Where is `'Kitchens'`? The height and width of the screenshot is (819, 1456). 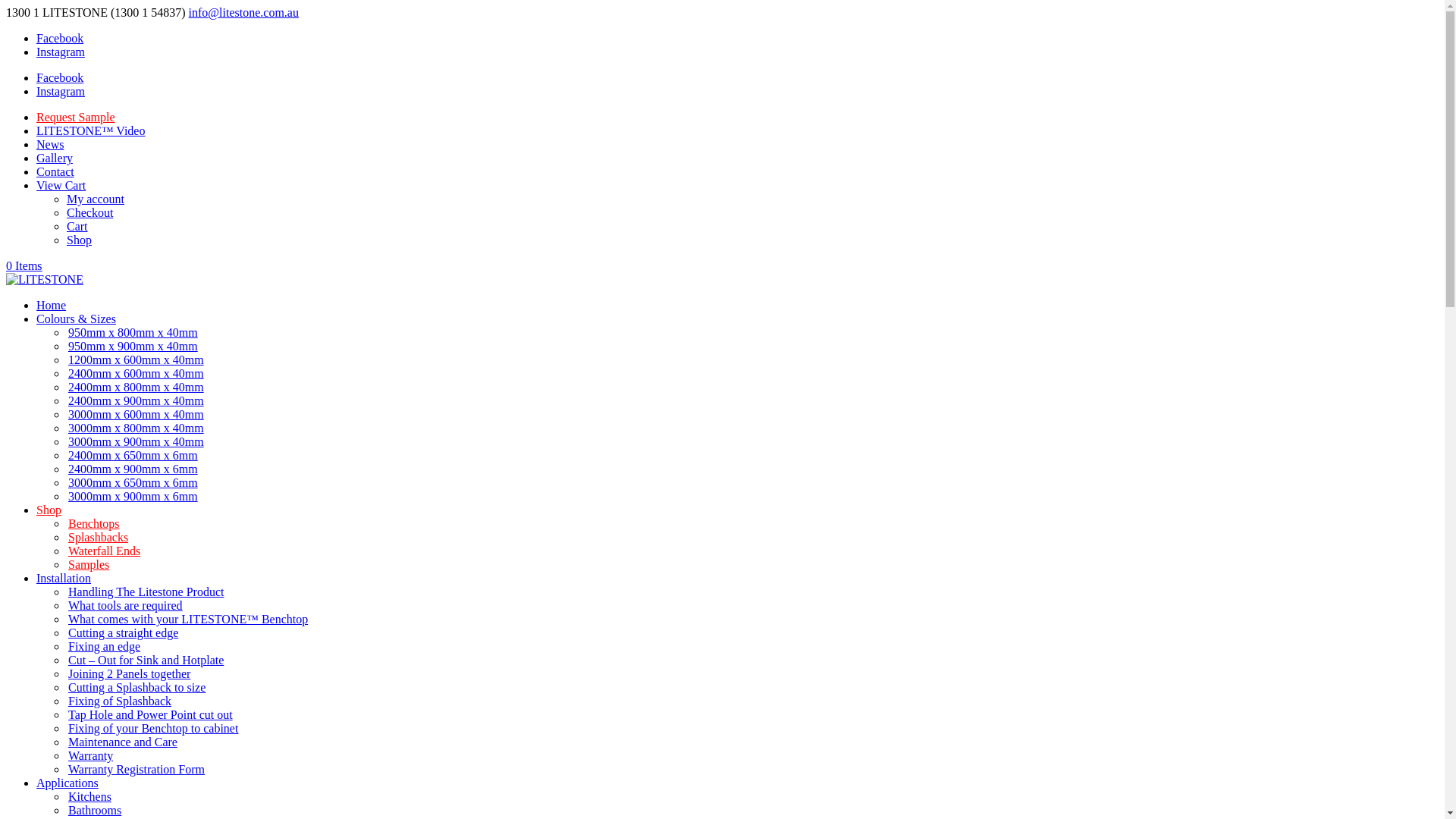
'Kitchens' is located at coordinates (89, 795).